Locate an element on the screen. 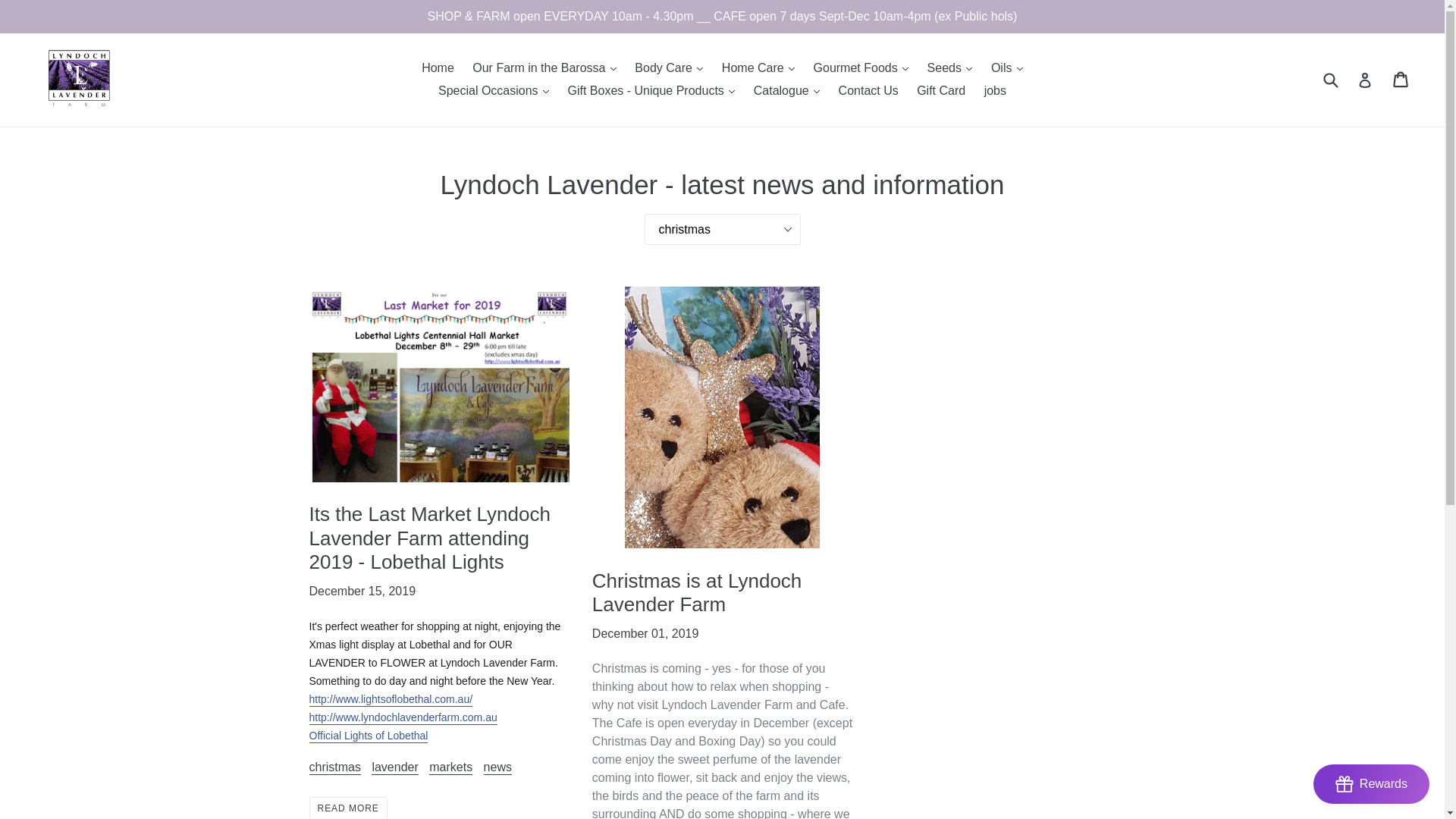 The image size is (1456, 819). 'http://www.lightsoflobethal.com.au/' is located at coordinates (309, 699).